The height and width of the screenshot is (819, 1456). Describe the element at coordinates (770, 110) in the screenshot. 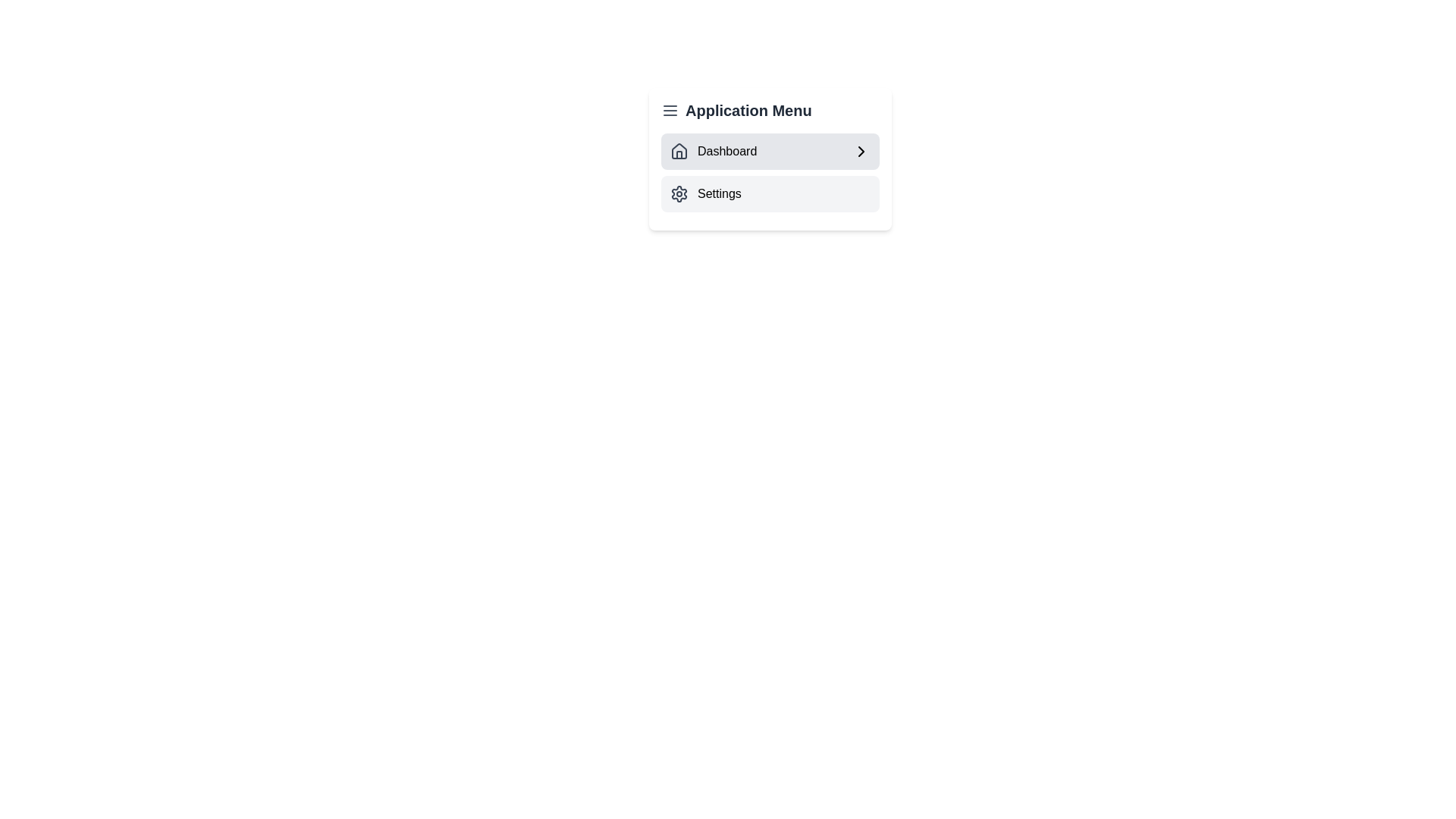

I see `the title text label at the top of the menu interface, which provides context for navigation options` at that location.